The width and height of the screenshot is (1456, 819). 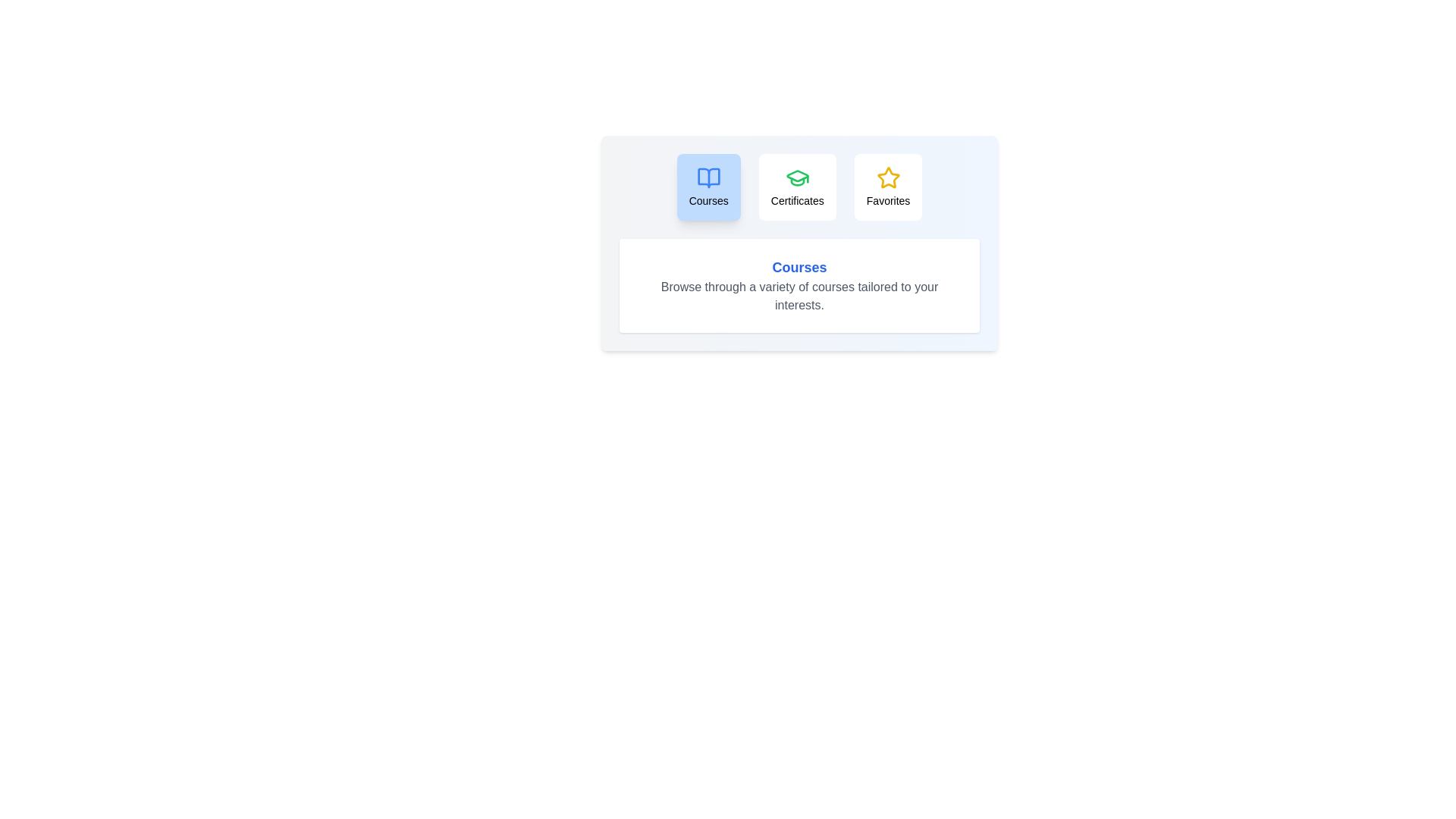 I want to click on the tab labeled Courses, so click(x=708, y=186).